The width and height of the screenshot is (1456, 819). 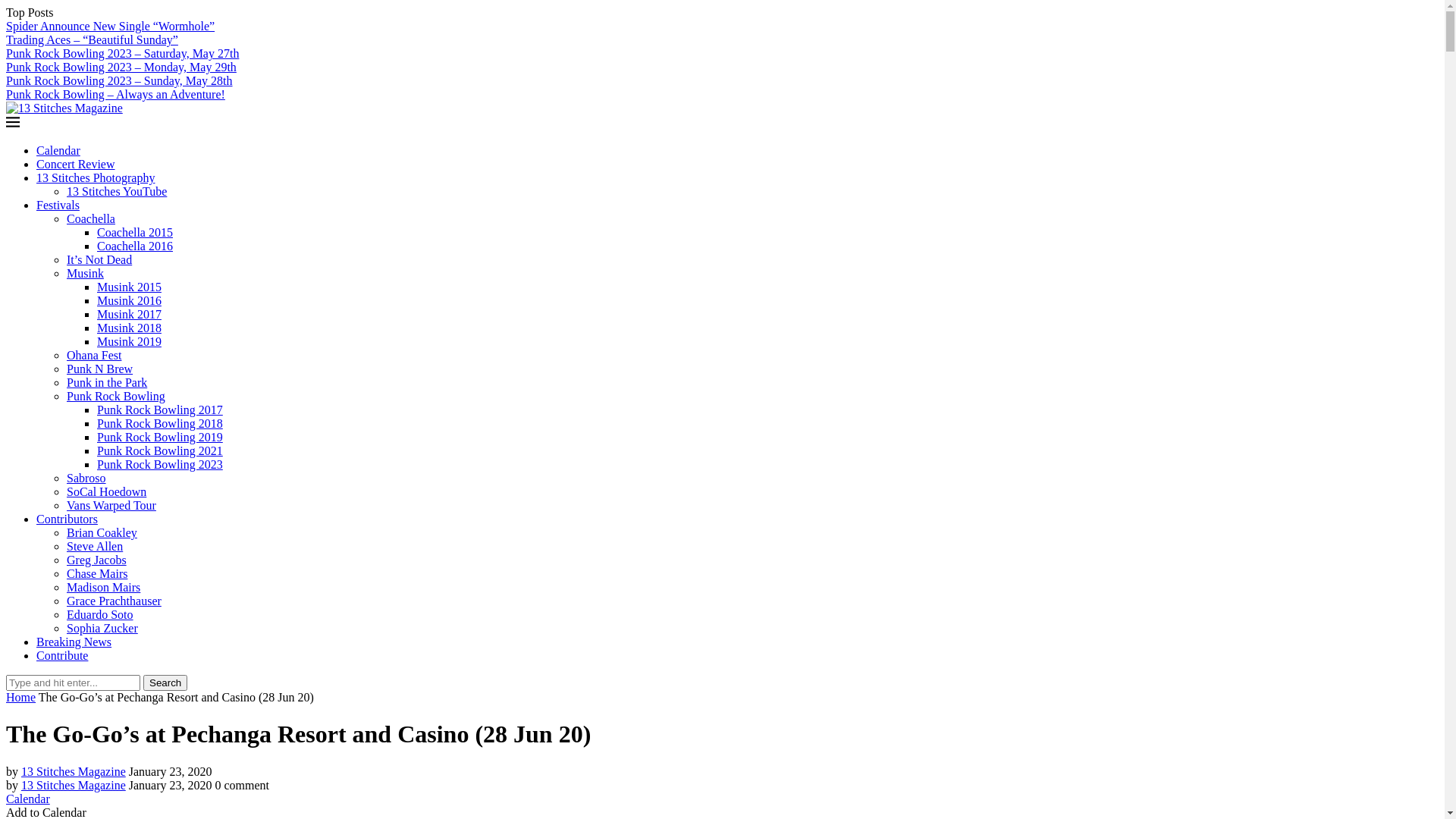 I want to click on 'Greg Jacobs', so click(x=65, y=560).